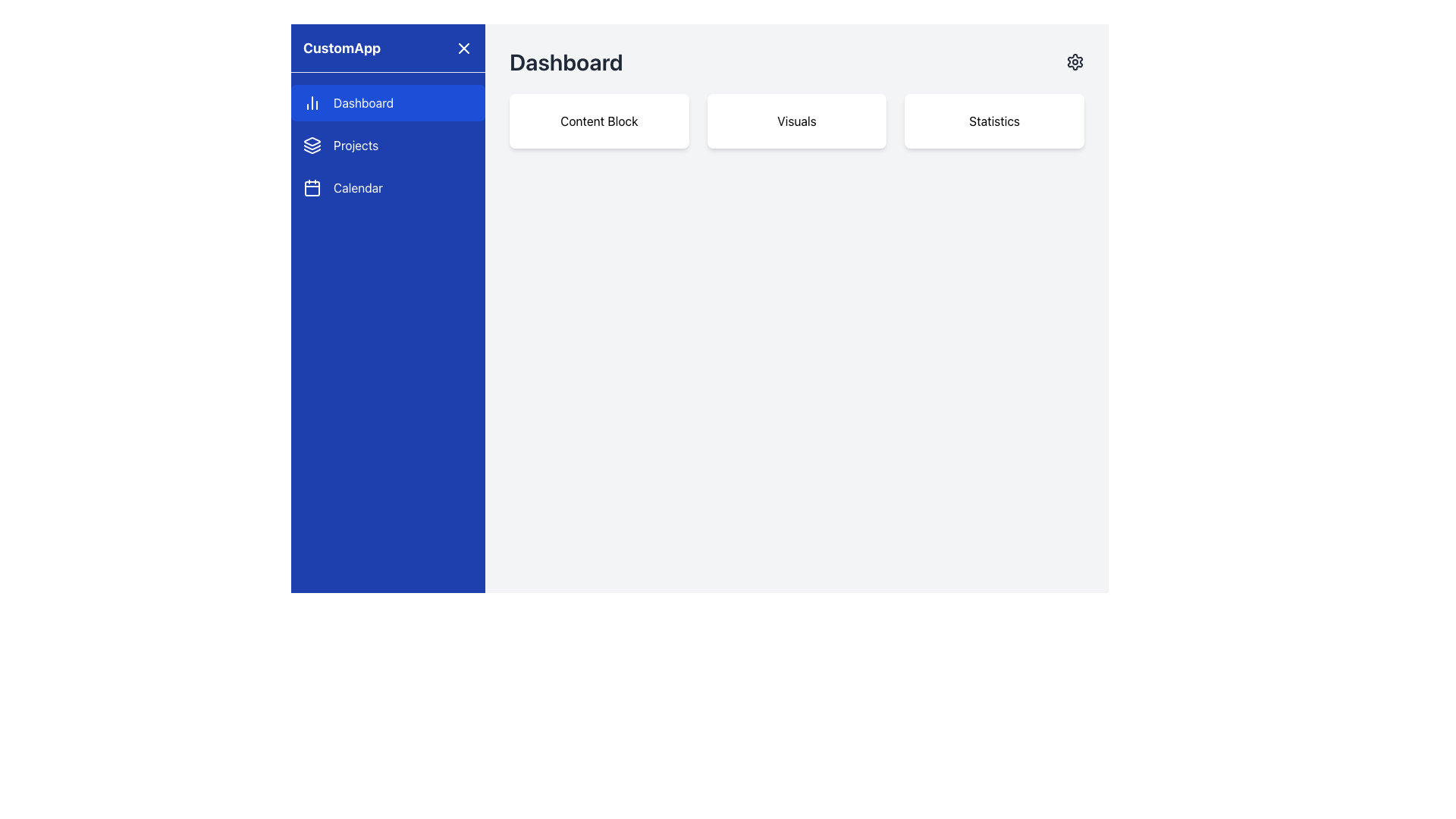  I want to click on the 'Projects' text label in the sidebar menu to observe potential visual changes, so click(355, 146).